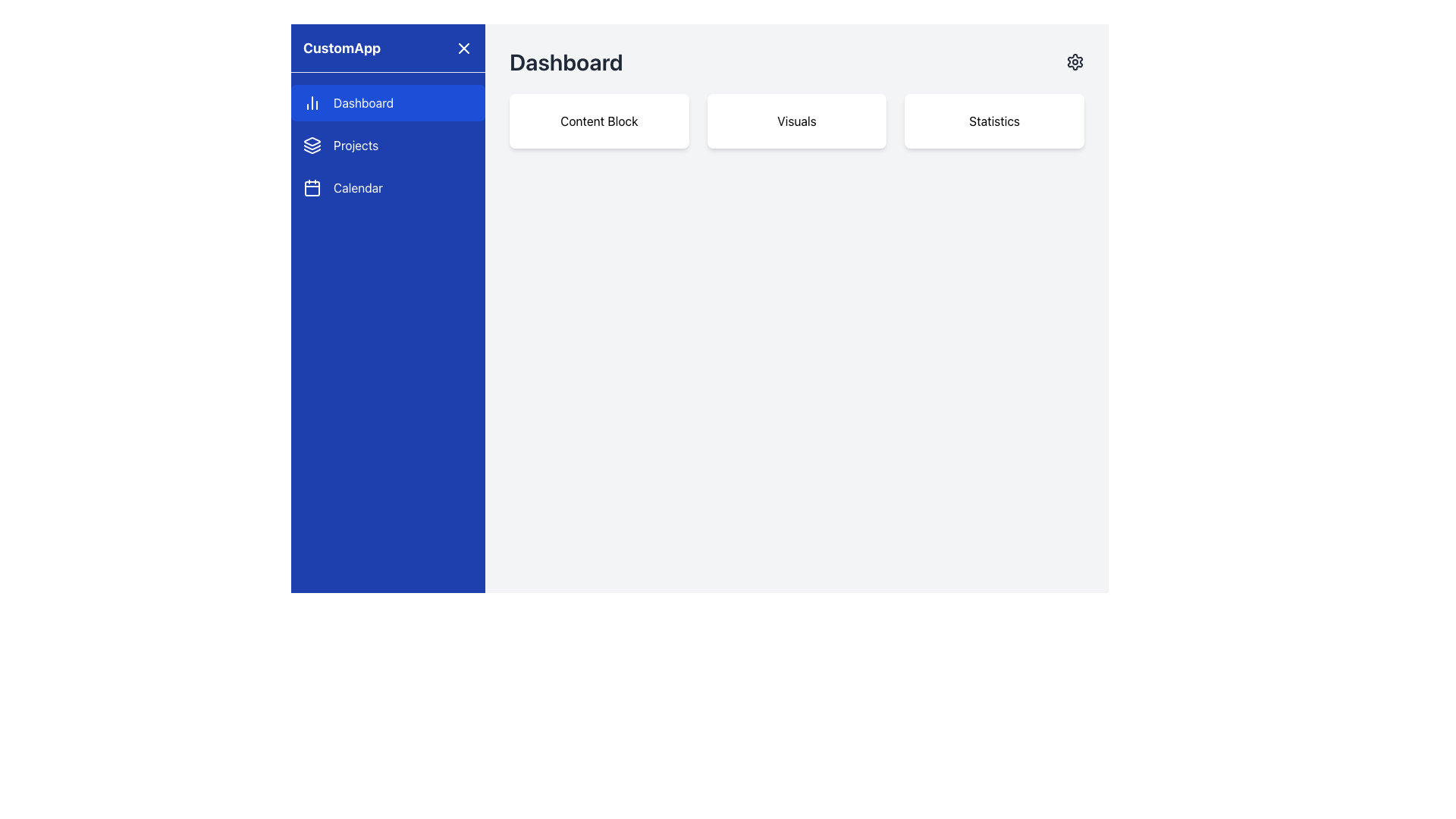  I want to click on the 'Projects' text label in the sidebar menu to observe potential visual changes, so click(355, 146).